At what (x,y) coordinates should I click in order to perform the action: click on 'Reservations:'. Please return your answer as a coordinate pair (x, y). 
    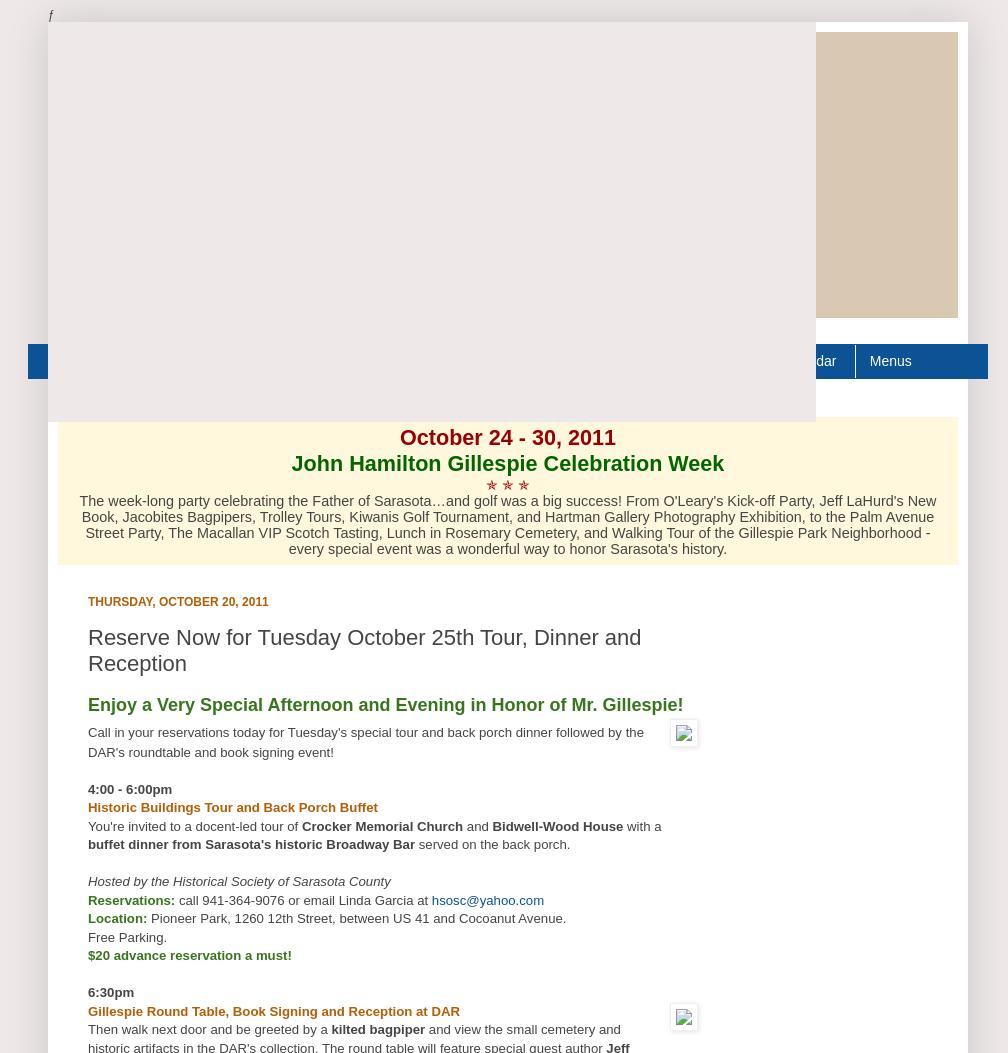
    Looking at the image, I should click on (131, 899).